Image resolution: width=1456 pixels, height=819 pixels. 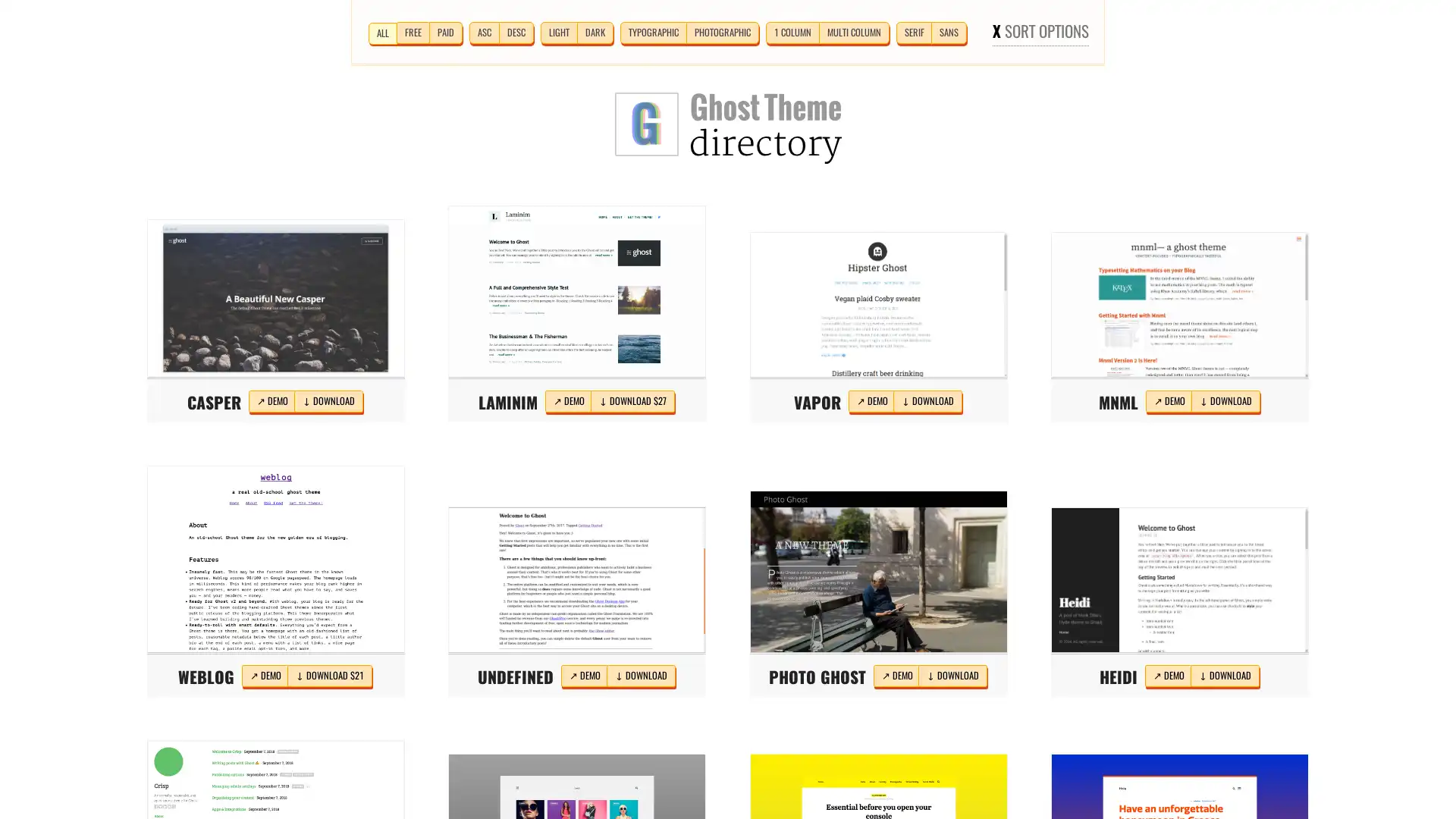 I want to click on LIGHT, so click(x=557, y=32).